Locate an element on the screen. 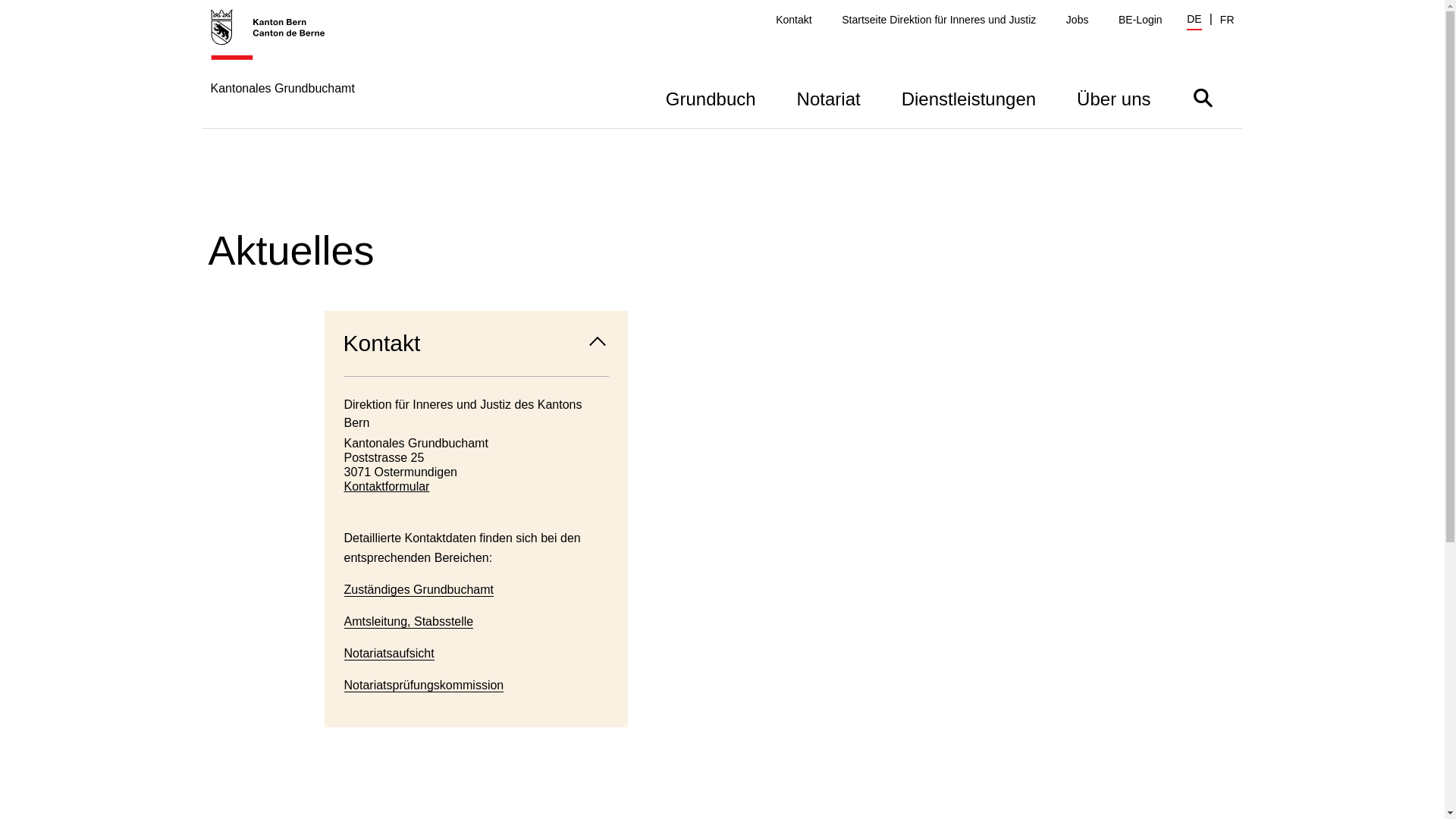 This screenshot has height=819, width=1456. 'DE' is located at coordinates (1193, 20).